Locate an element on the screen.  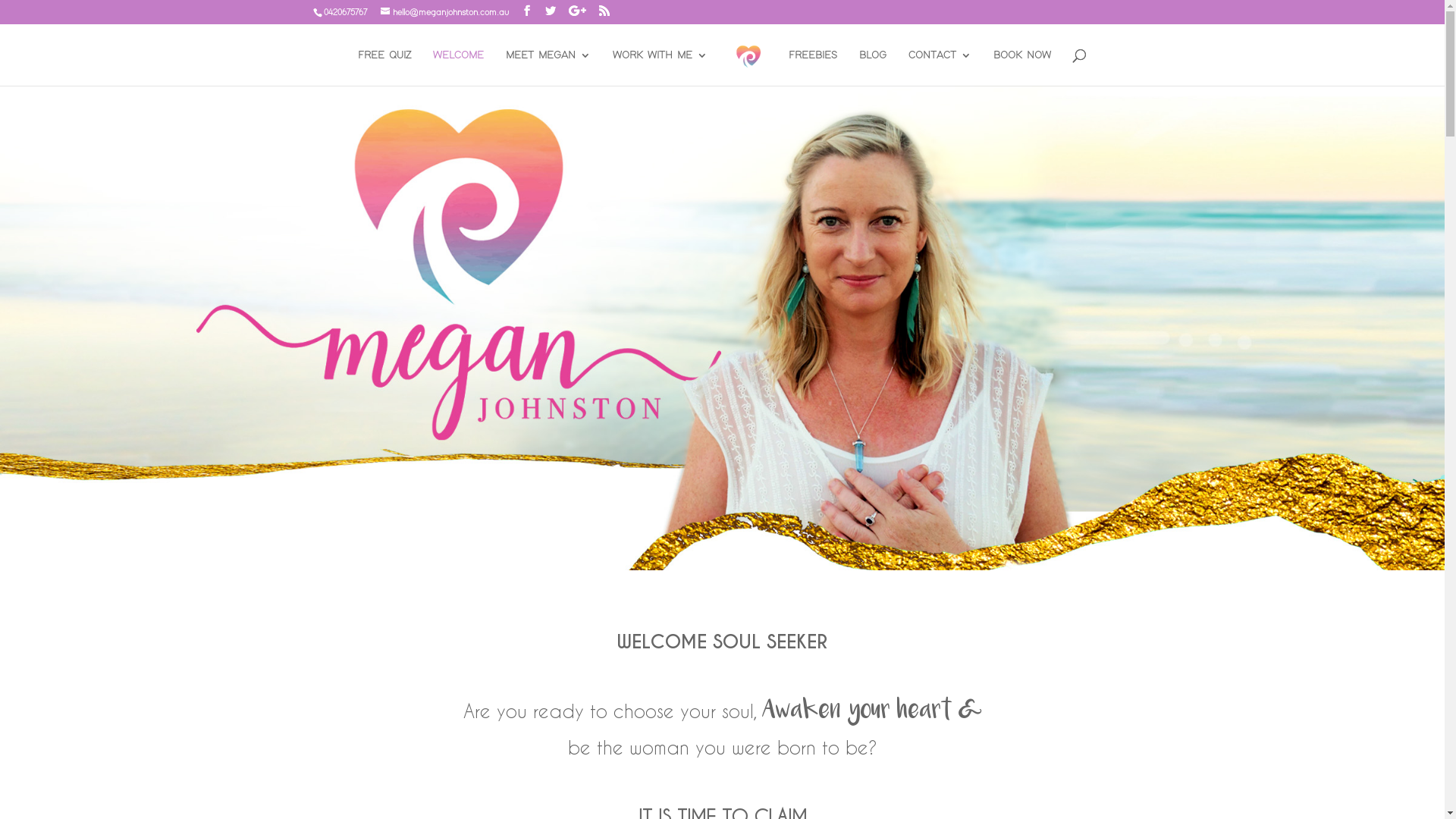
'hello@meganjohnston.com.au' is located at coordinates (381, 12).